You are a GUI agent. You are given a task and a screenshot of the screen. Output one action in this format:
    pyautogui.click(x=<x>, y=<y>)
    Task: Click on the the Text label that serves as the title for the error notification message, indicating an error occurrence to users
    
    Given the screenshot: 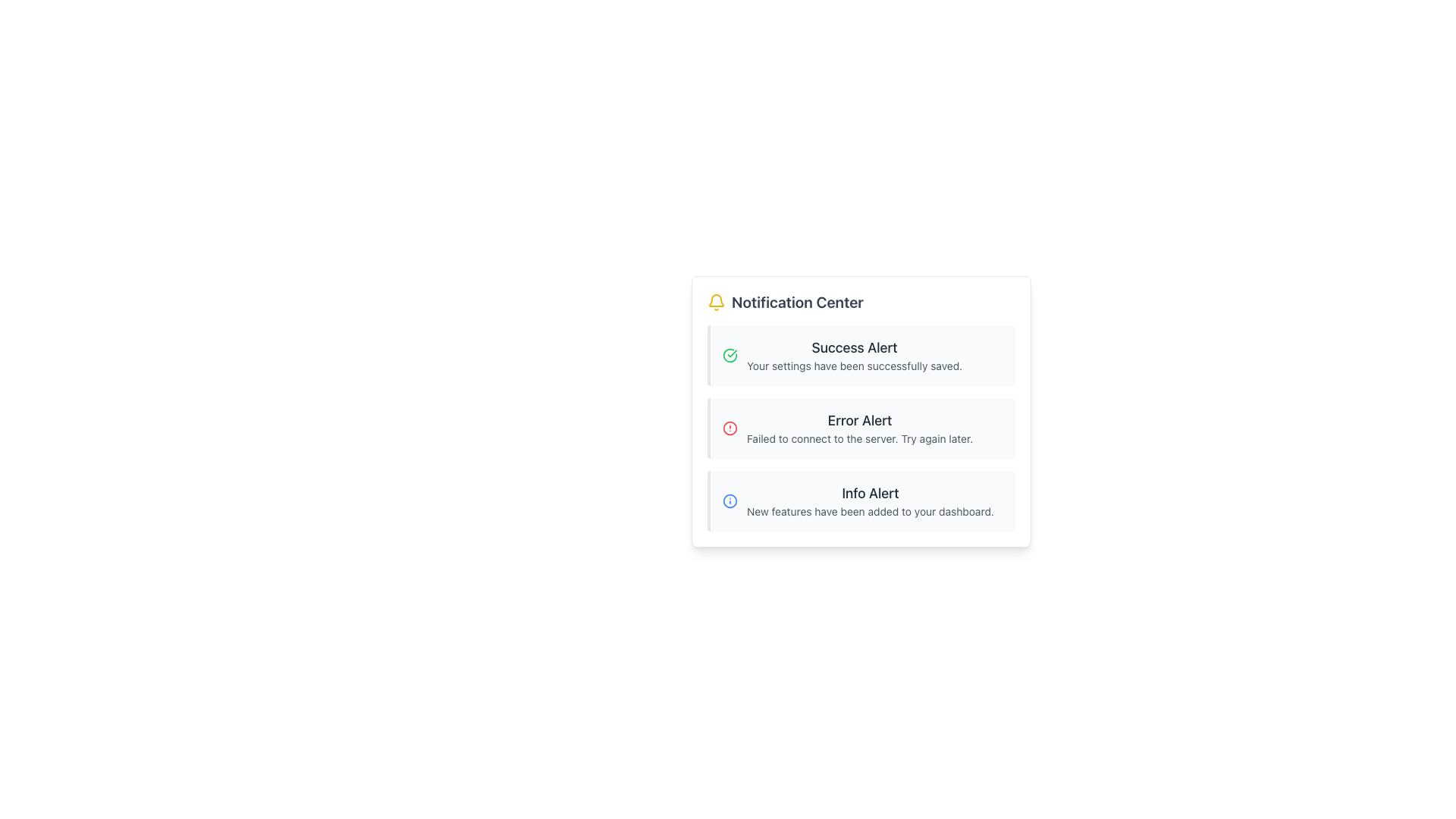 What is the action you would take?
    pyautogui.click(x=860, y=421)
    